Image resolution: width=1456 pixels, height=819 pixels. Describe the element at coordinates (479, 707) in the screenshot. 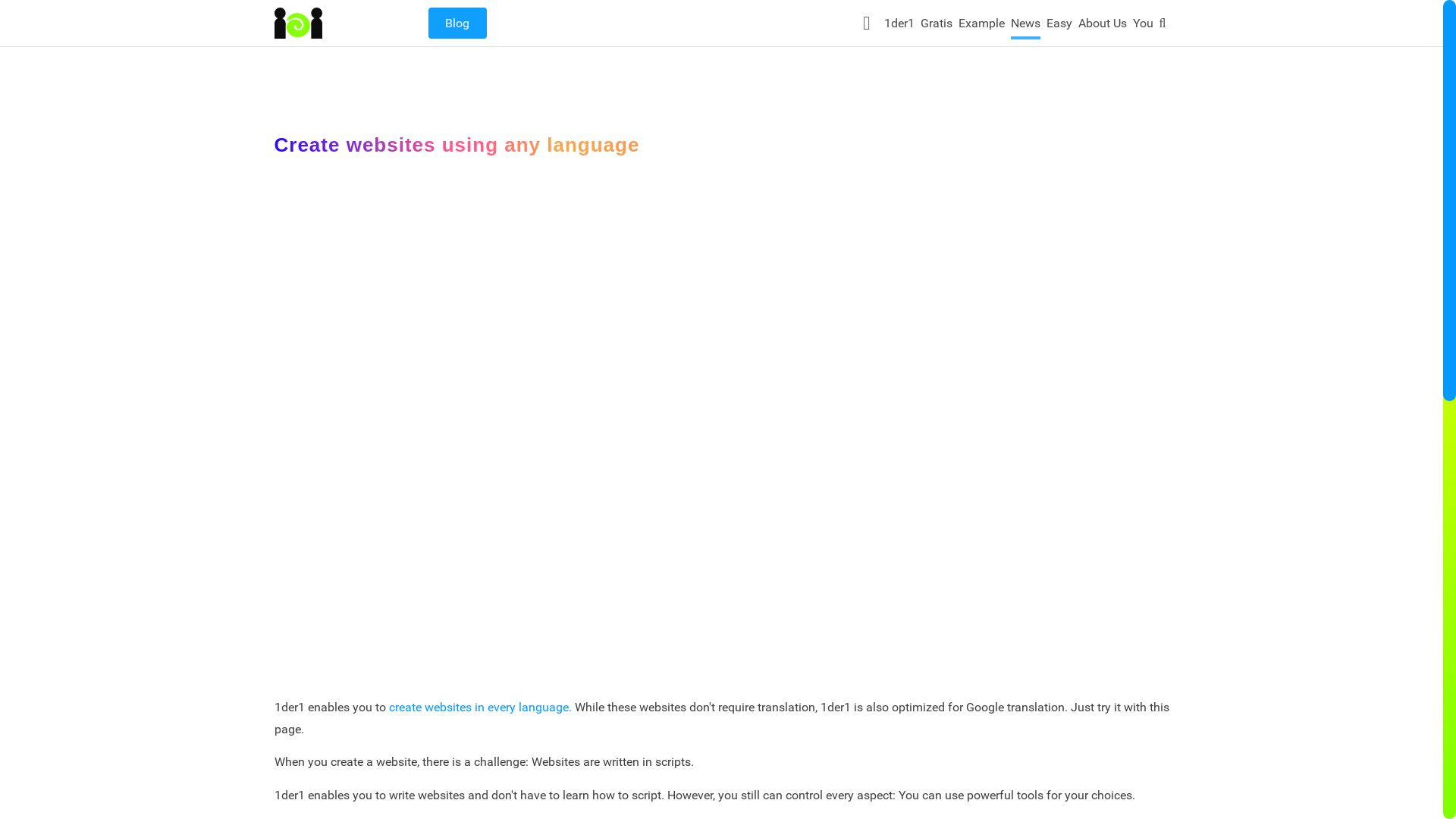

I see `'create websites in every language.'` at that location.